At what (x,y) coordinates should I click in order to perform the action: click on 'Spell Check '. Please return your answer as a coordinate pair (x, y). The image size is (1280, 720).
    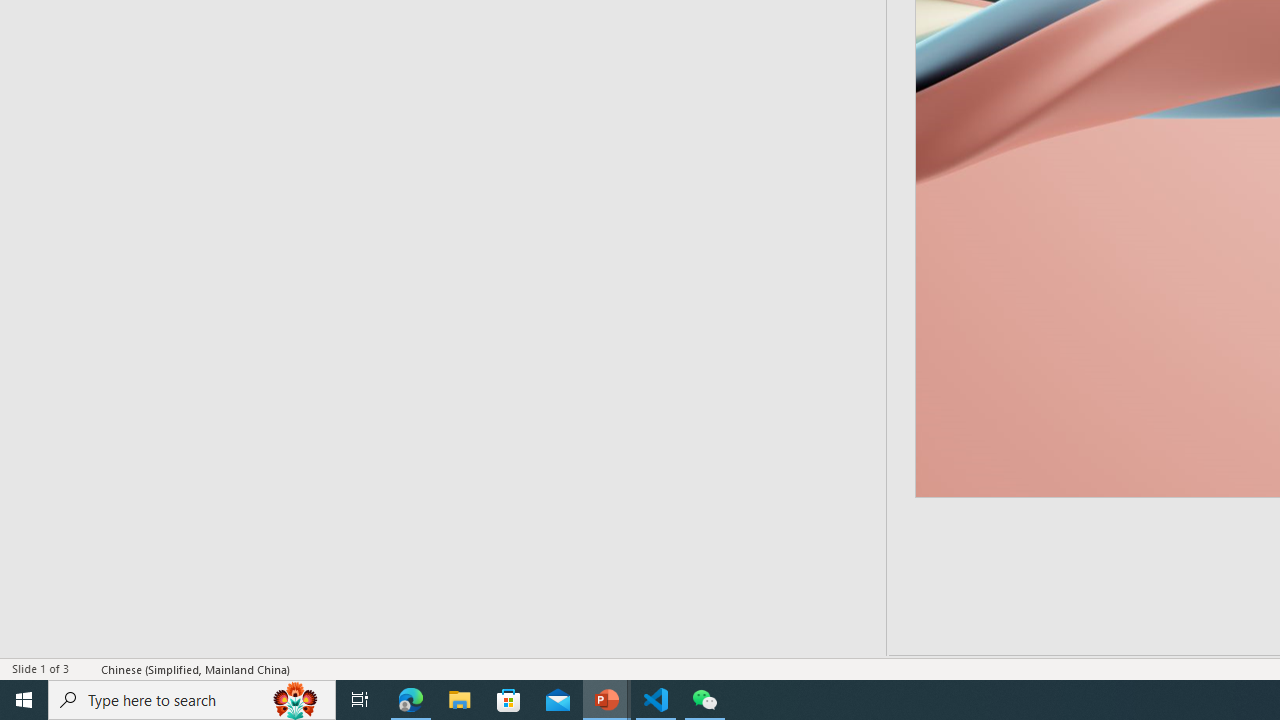
    Looking at the image, I should click on (85, 669).